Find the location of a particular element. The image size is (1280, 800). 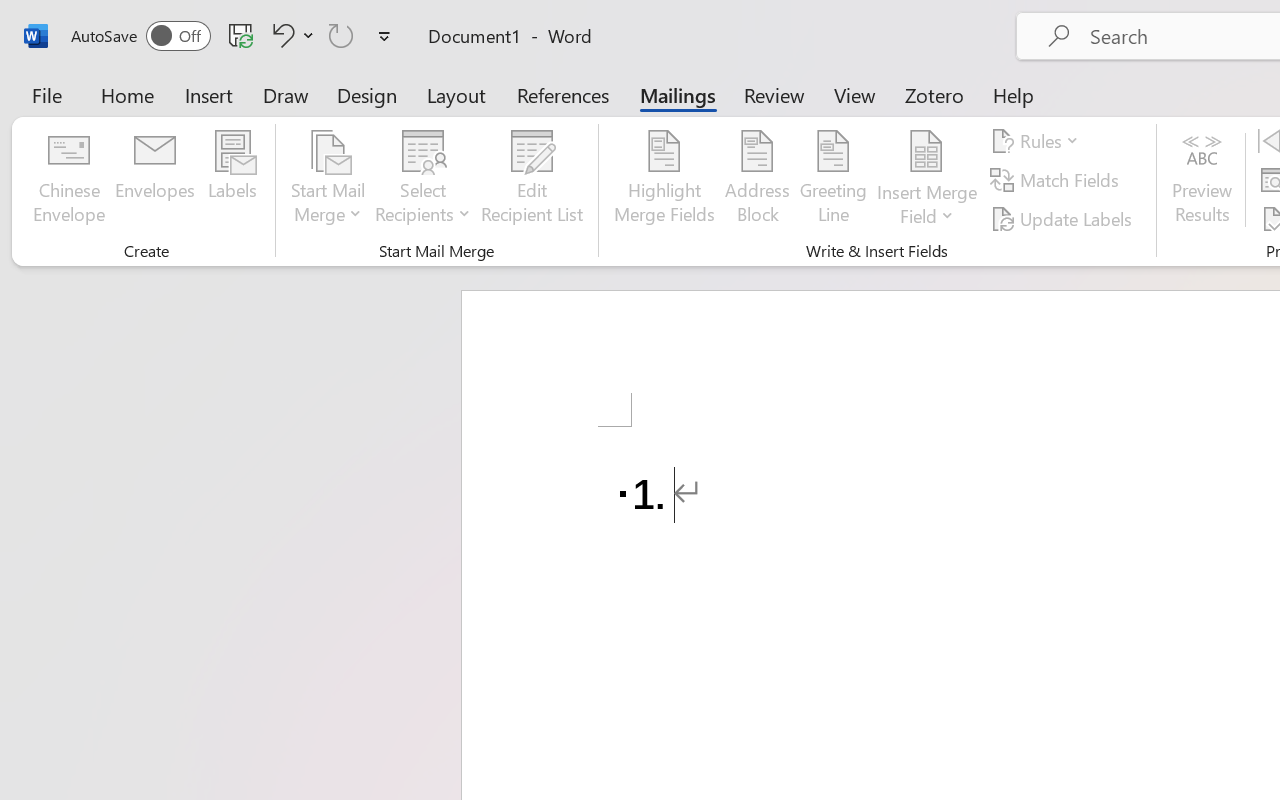

'Insert Merge Field' is located at coordinates (926, 151).